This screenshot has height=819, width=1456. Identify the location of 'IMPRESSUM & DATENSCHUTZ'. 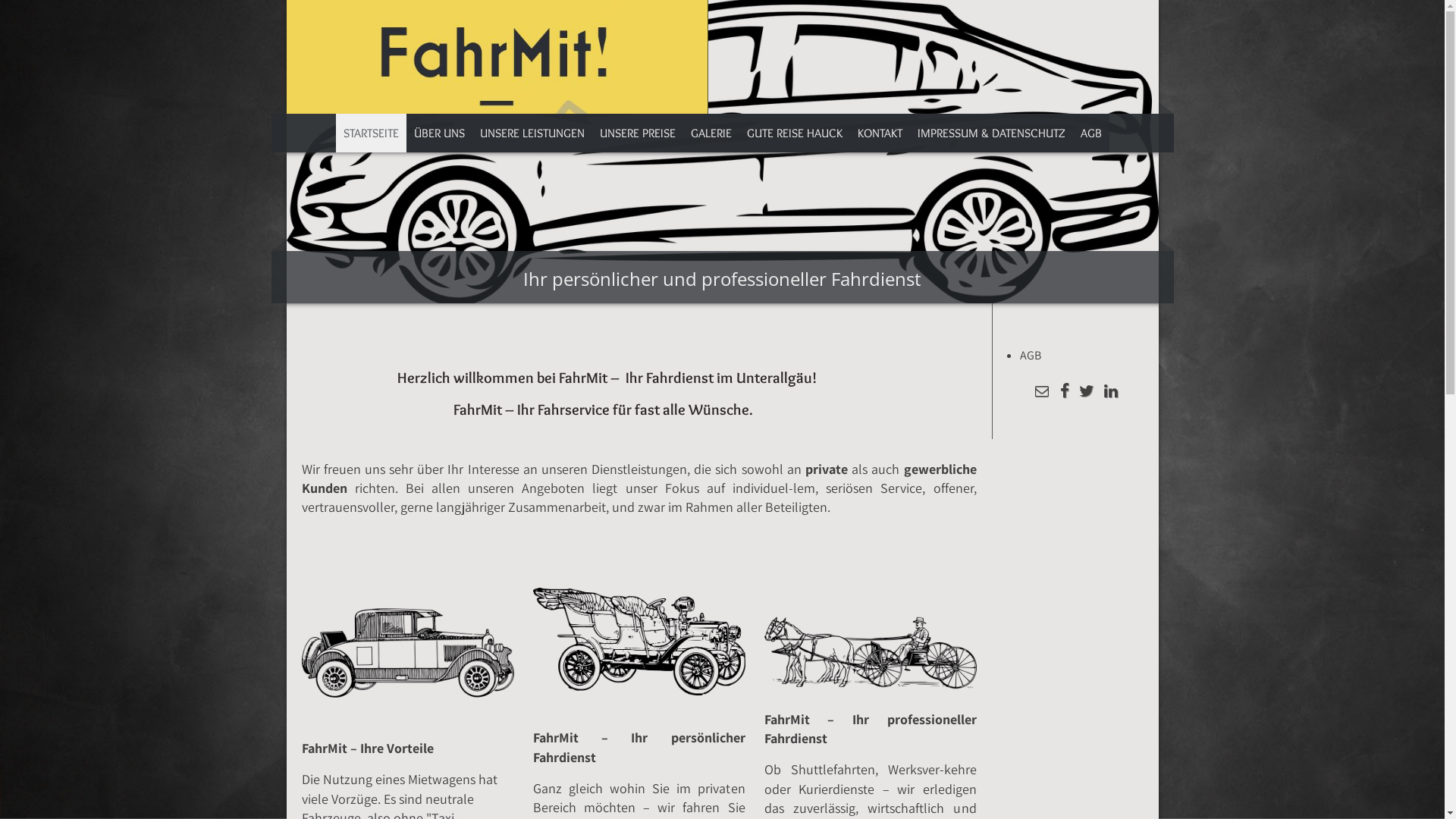
(991, 132).